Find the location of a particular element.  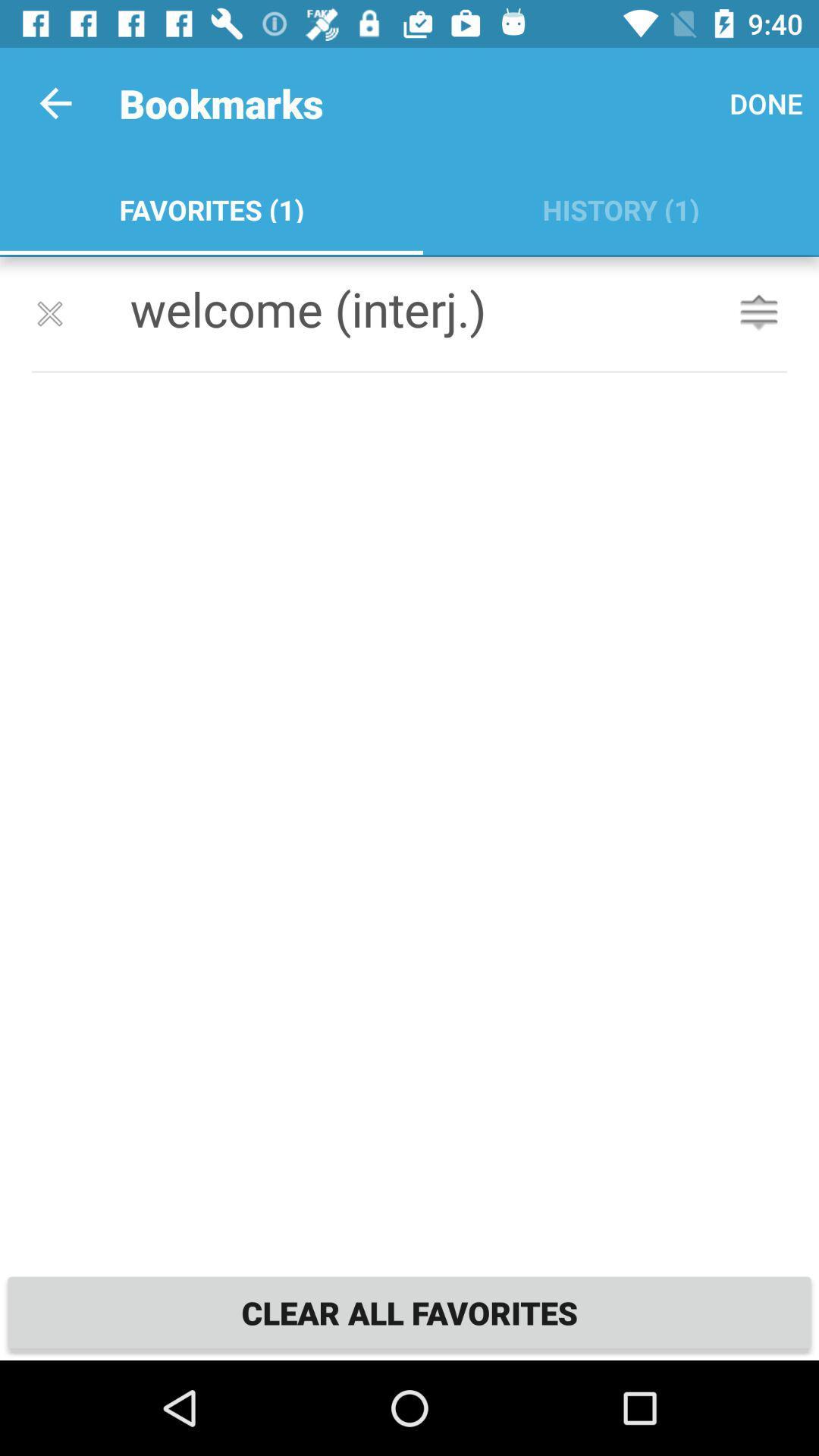

done icon is located at coordinates (766, 102).